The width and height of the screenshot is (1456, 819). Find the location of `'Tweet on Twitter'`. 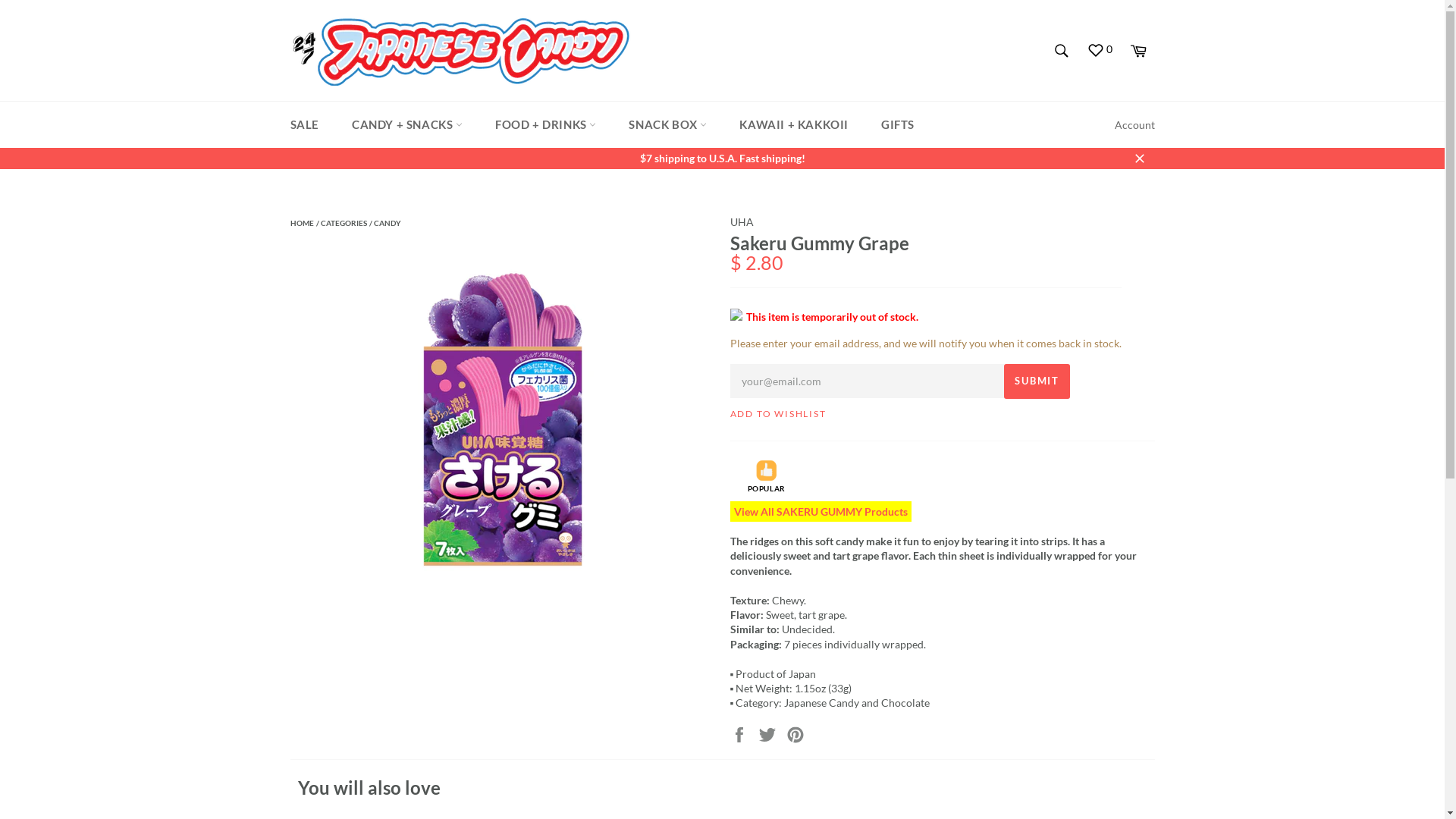

'Tweet on Twitter' is located at coordinates (768, 732).